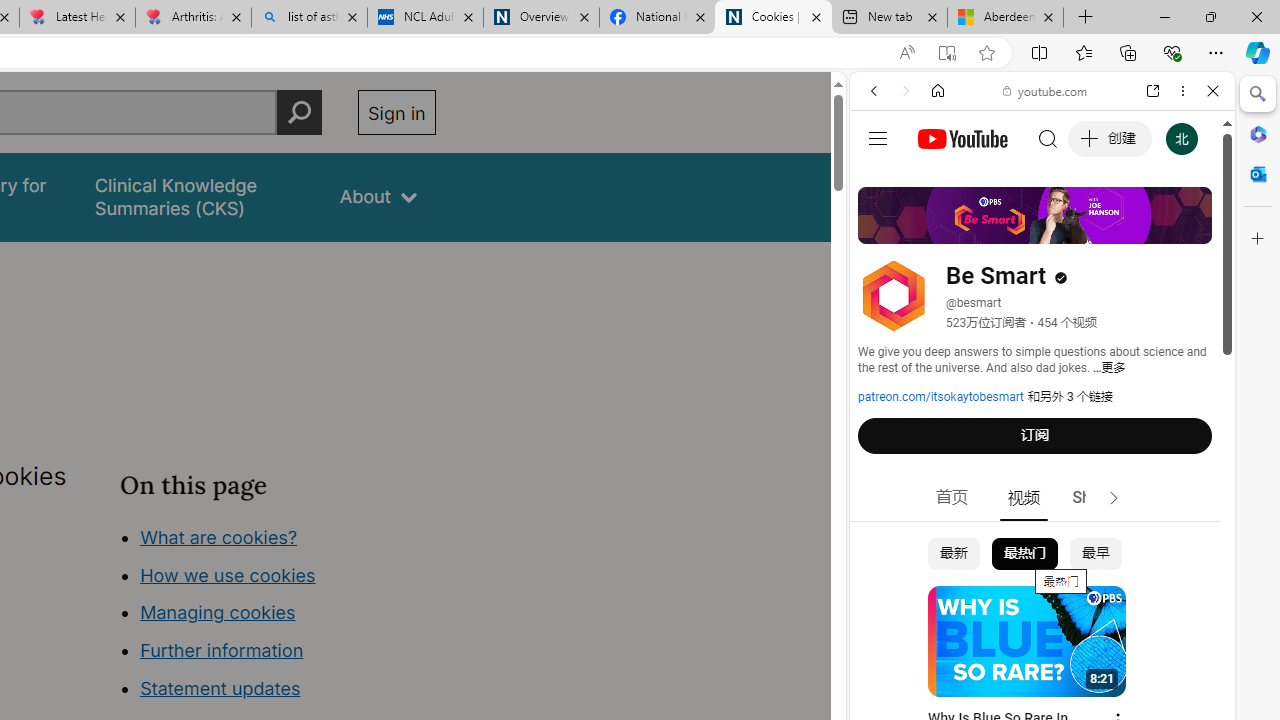 The image size is (1280, 720). Describe the element at coordinates (1006, 658) in the screenshot. I see `'Search videos from youtube.com'` at that location.